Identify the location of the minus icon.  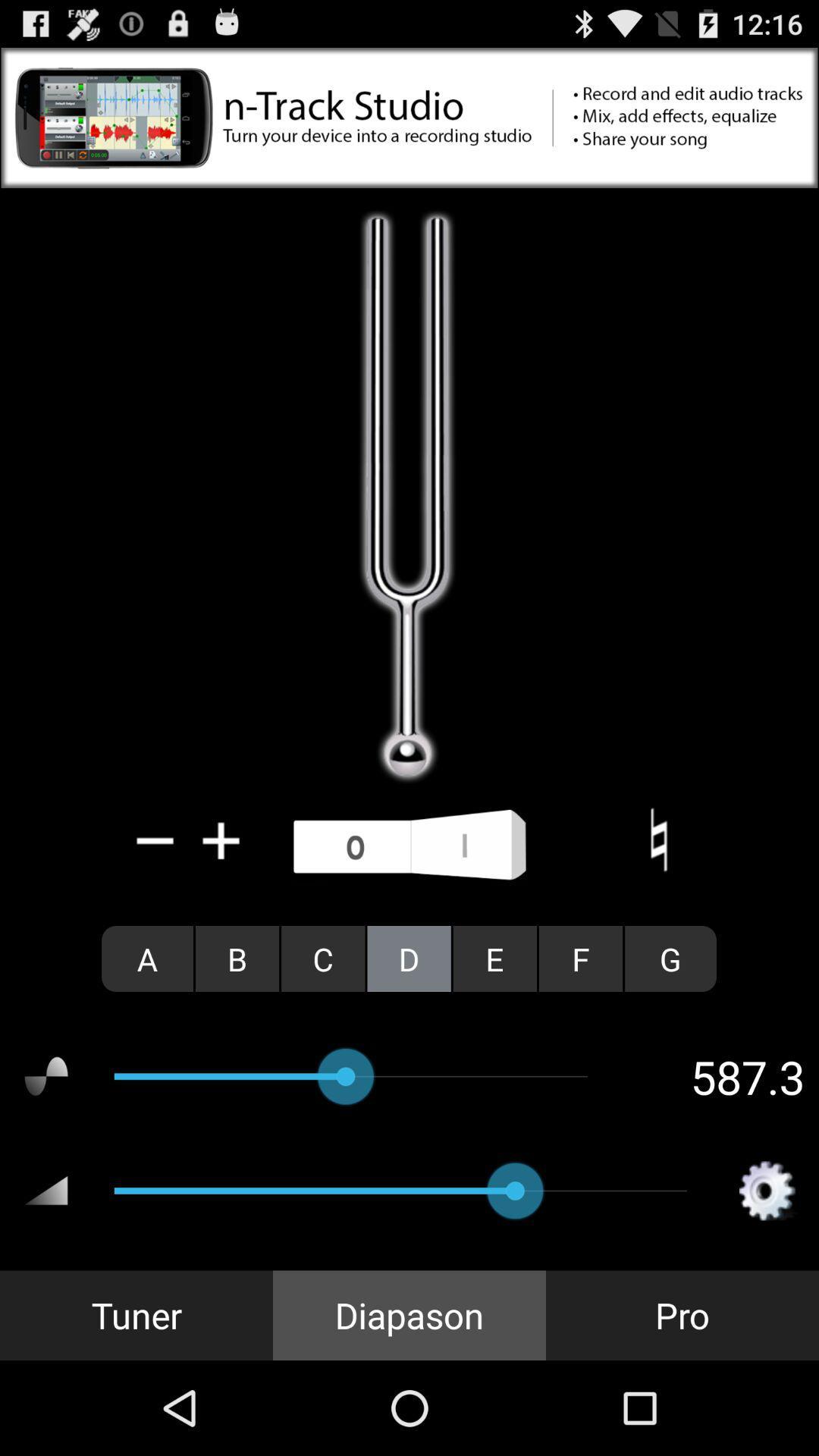
(155, 899).